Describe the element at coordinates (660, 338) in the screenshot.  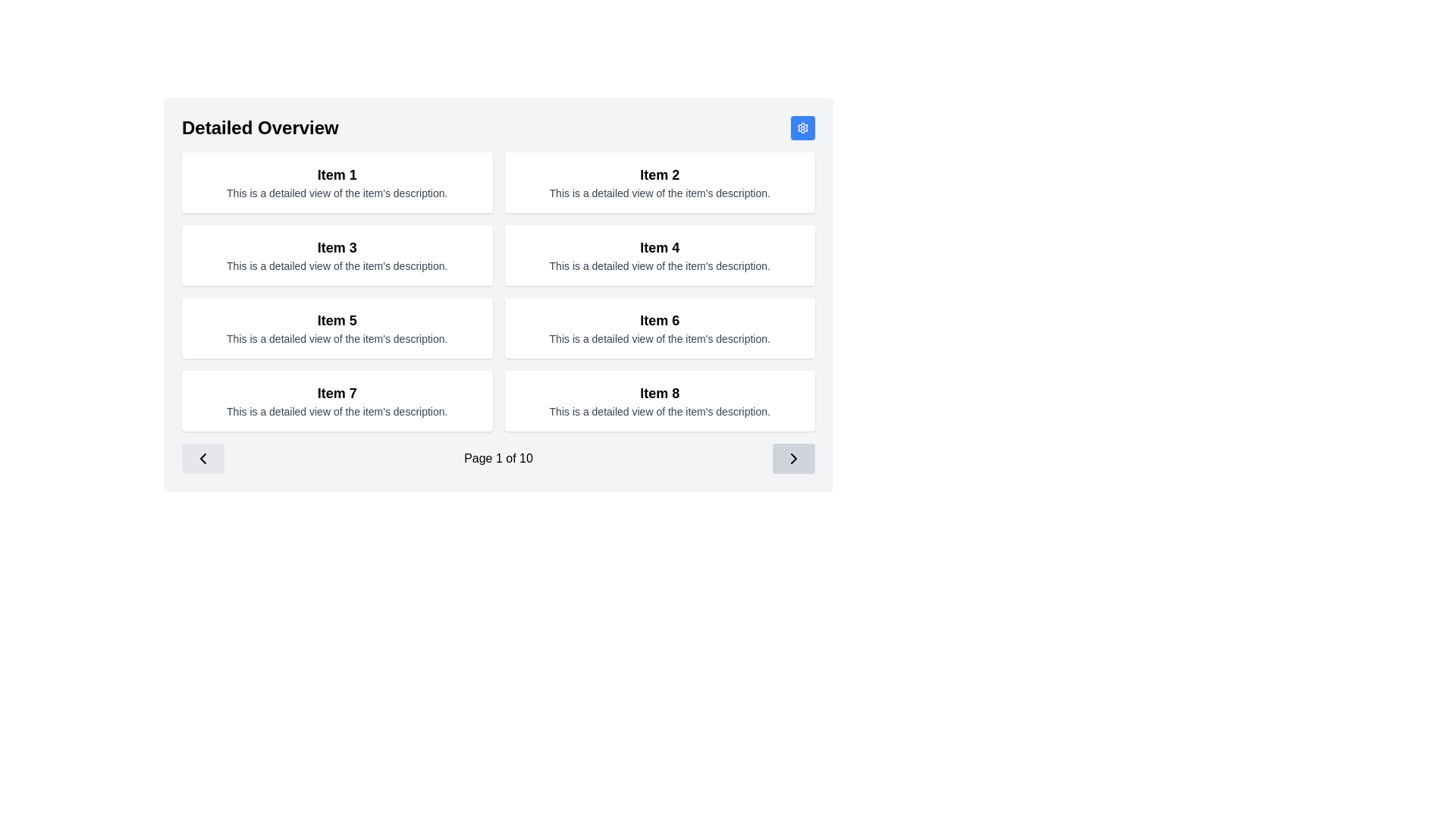
I see `the static text element that reads 'This is a detailed view of the item's description.' located beneath 'Item 6'` at that location.